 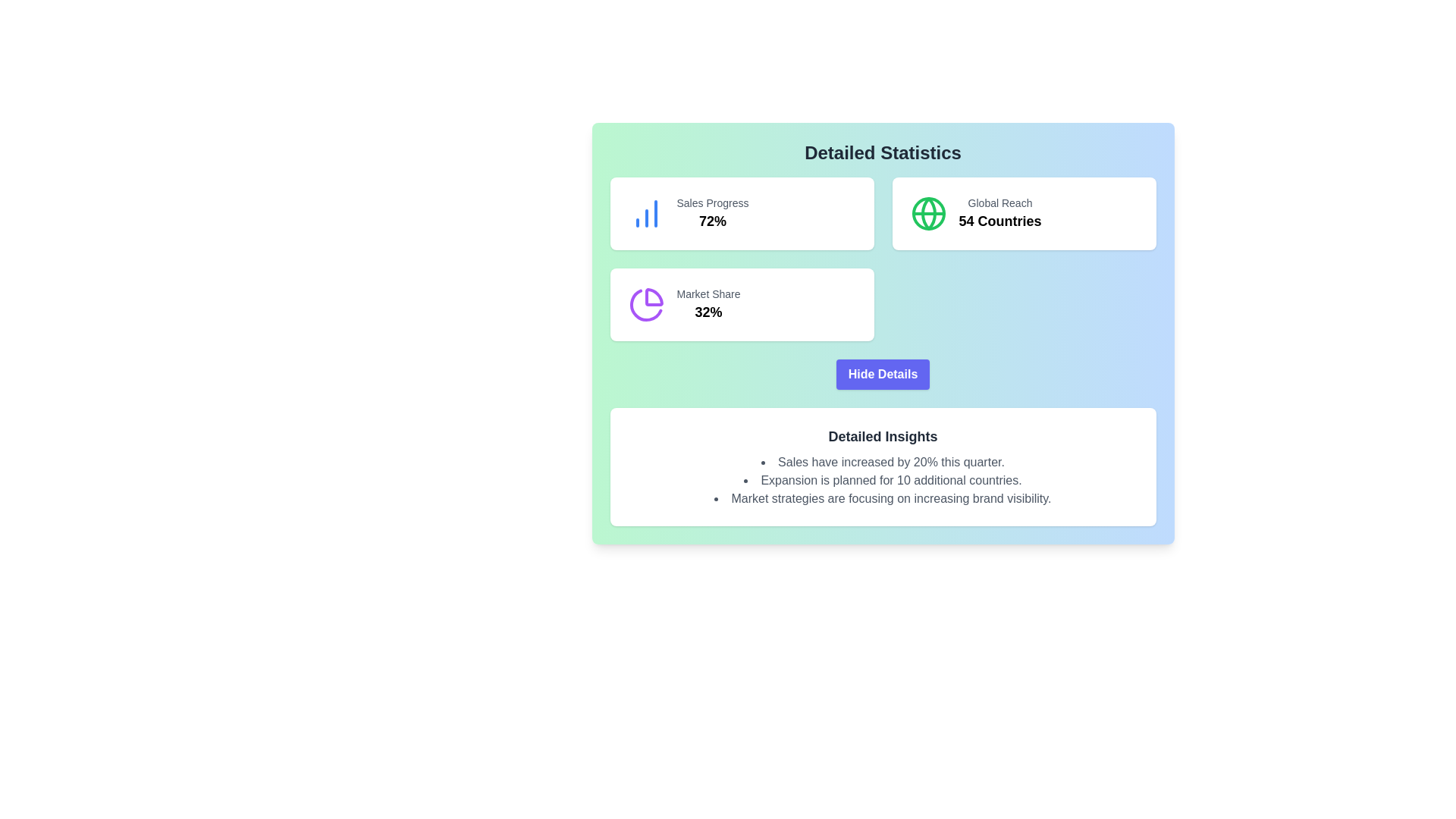 I want to click on the Icon - Chart Representation, which visually represents sales progress with a bar chart icon, located inside a white card at the top-left corner of the interface, next to the text 'Sales Progress 72%', so click(x=646, y=213).